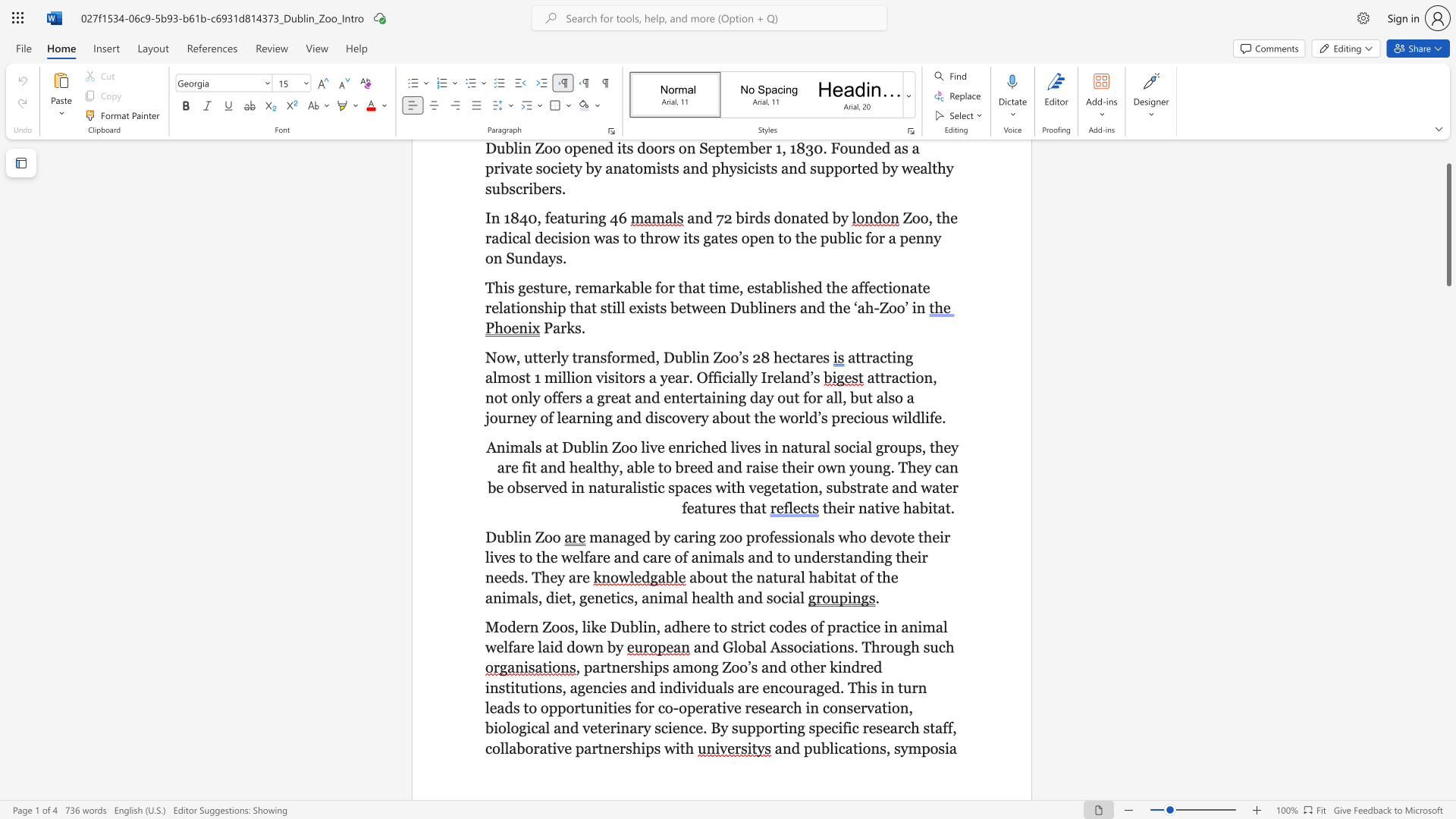  What do you see at coordinates (721, 507) in the screenshot?
I see `the subset text "es" within the text "in naturalistic spaces with vegetation, substrate and water features that"` at bounding box center [721, 507].